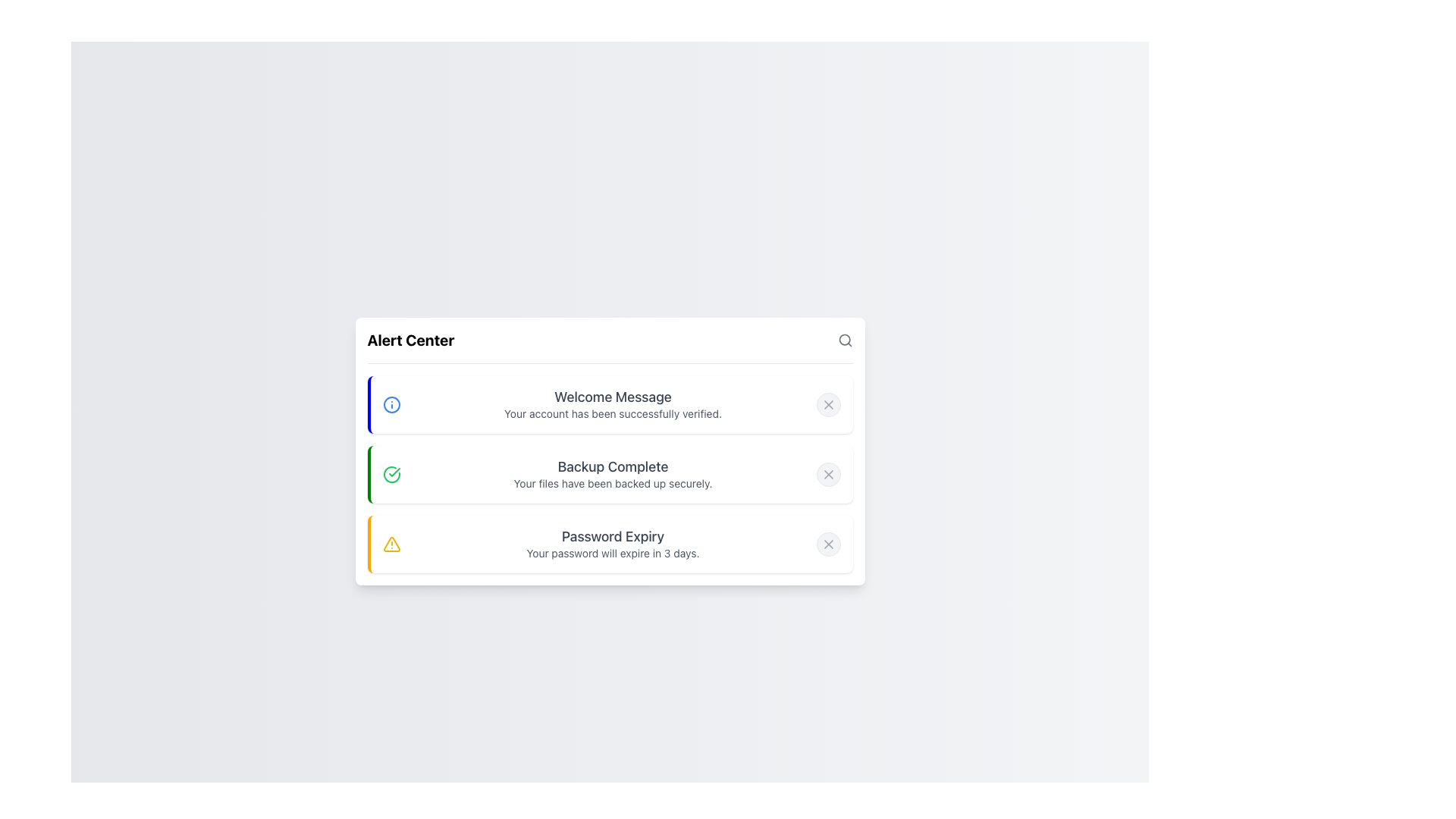  I want to click on the small 'X' icon button used for closing or dismissing the dialog located in the first row labeled 'Welcome Message' under the 'Alert Center', positioned to the far right adjacent to the 'Welcome Message' text, so click(827, 403).